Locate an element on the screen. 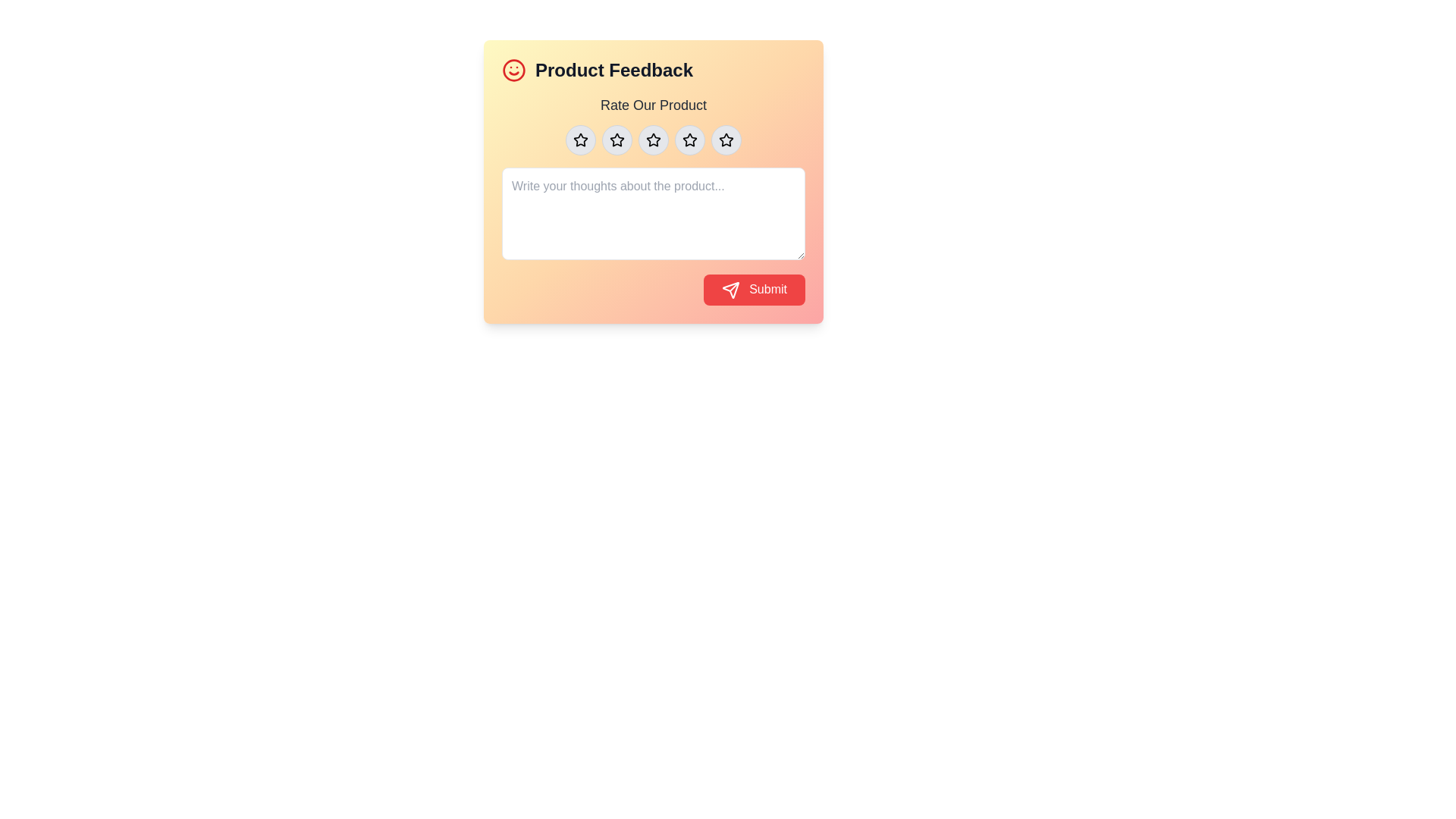 Image resolution: width=1456 pixels, height=819 pixels. the first star icon in the rating interface located under the 'Rate Our Product' label is located at coordinates (580, 140).